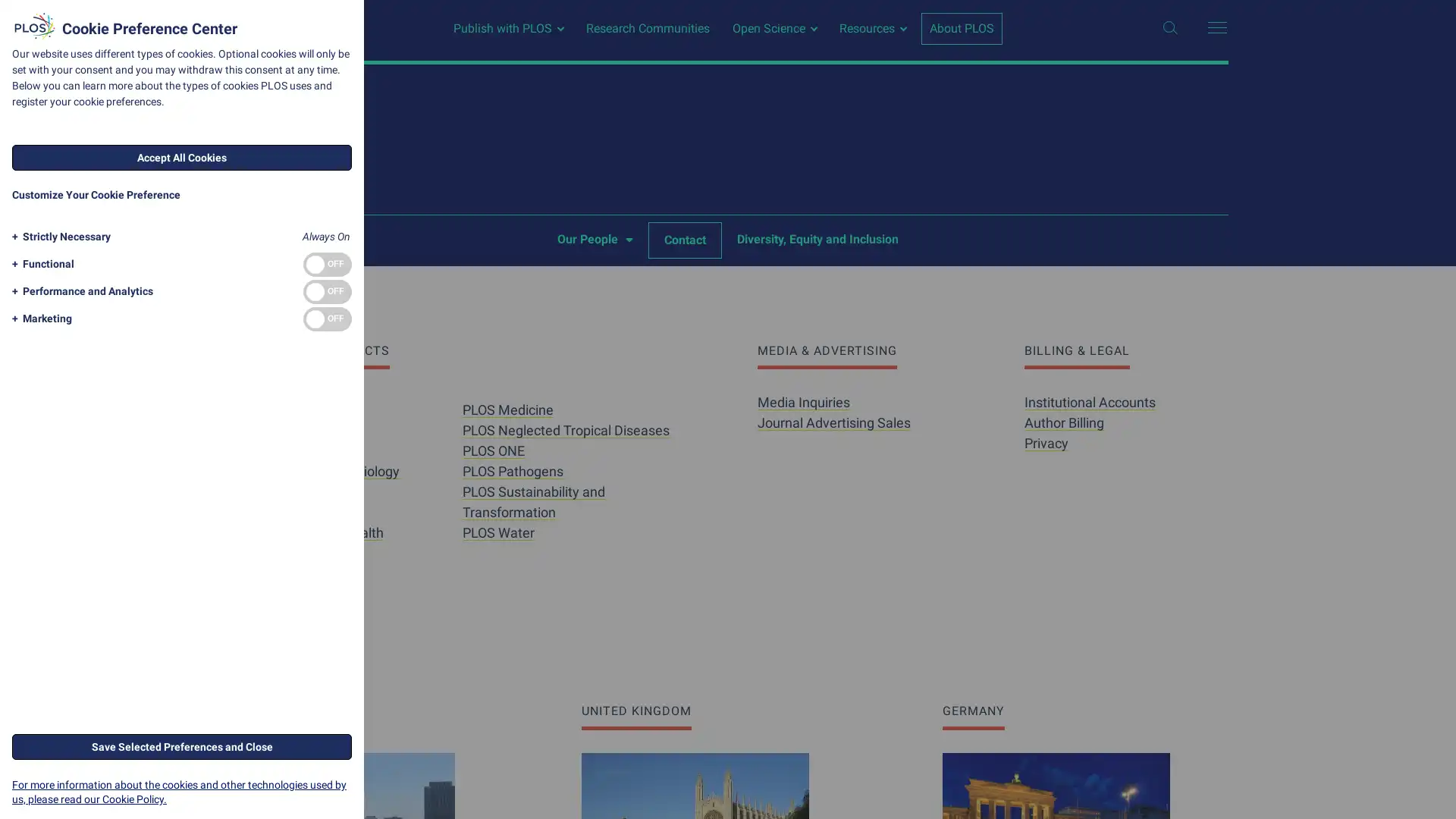  Describe the element at coordinates (39, 318) in the screenshot. I see `Toggle explanation of Marketing Cookies.` at that location.